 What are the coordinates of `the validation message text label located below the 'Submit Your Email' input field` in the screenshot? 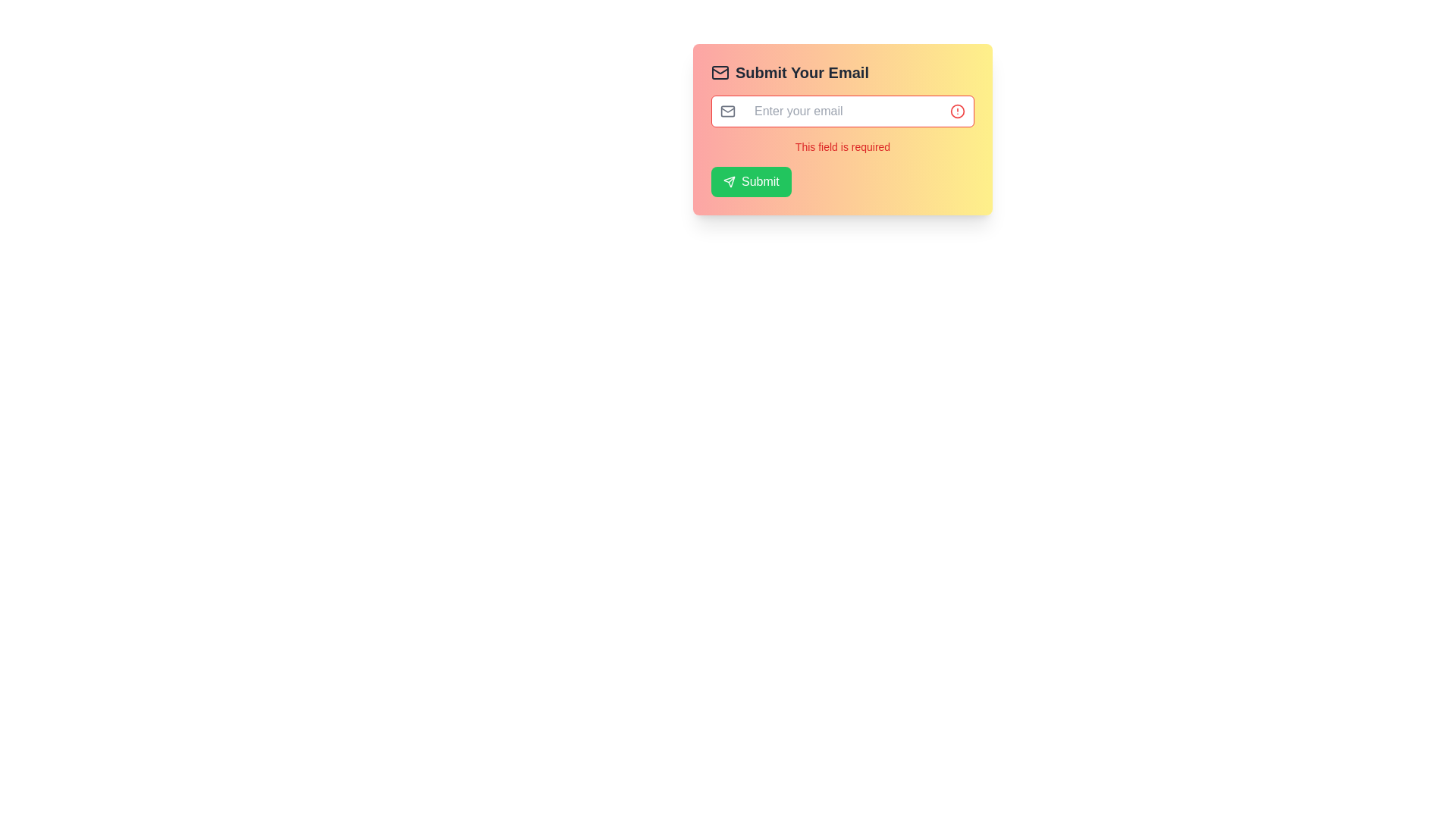 It's located at (842, 146).